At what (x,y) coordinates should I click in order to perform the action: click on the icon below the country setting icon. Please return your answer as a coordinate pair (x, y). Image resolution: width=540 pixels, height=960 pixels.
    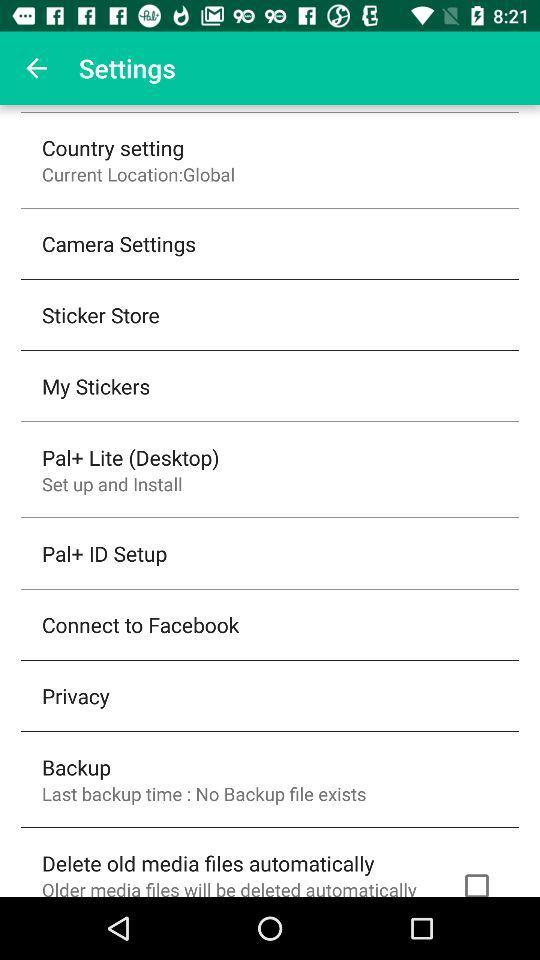
    Looking at the image, I should click on (137, 173).